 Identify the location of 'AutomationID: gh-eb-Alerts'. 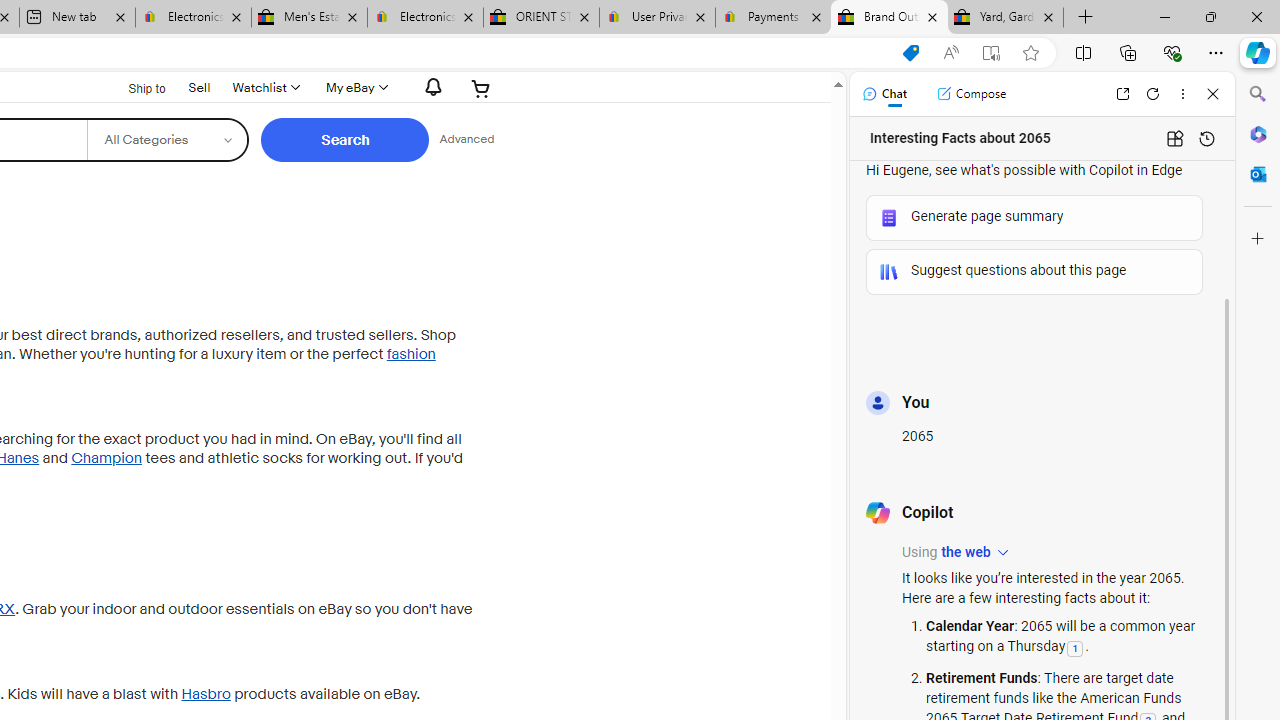
(429, 86).